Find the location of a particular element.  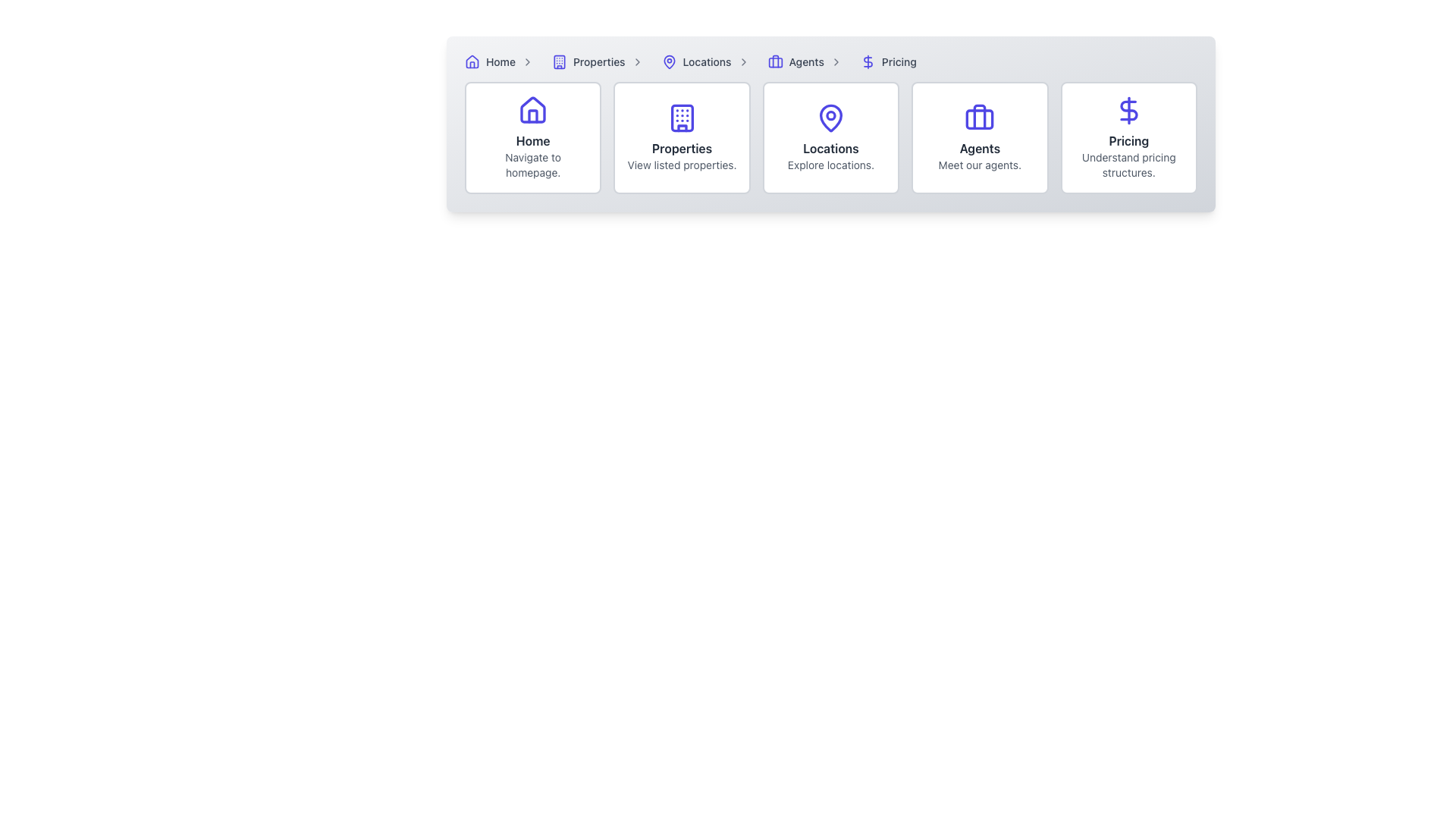

the decorative graphical shape that is a rectangular element with rounded corners within the 'Agents' icon depicting a briefcase is located at coordinates (980, 118).